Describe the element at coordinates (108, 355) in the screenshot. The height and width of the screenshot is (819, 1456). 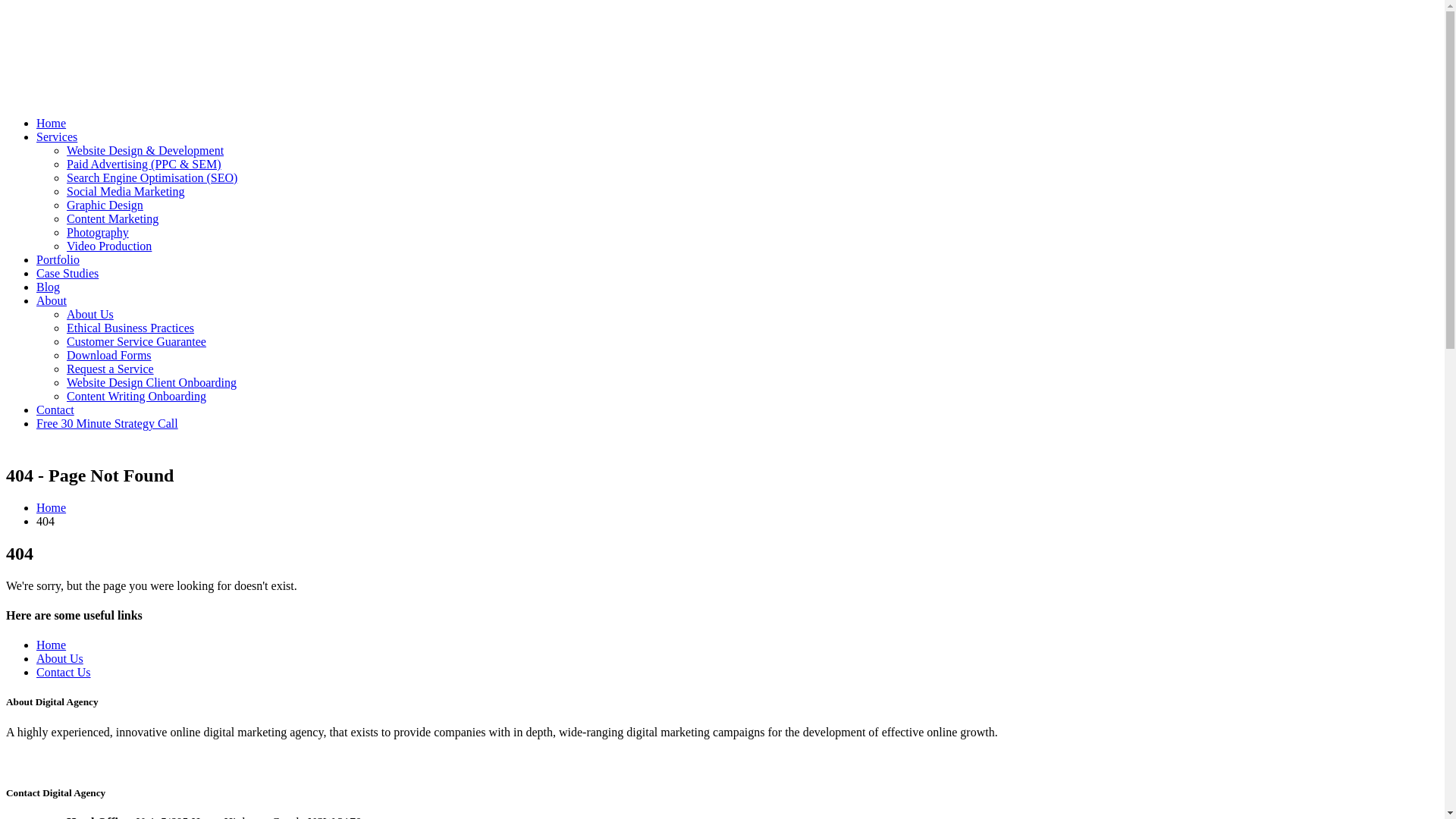
I see `'Download Forms'` at that location.